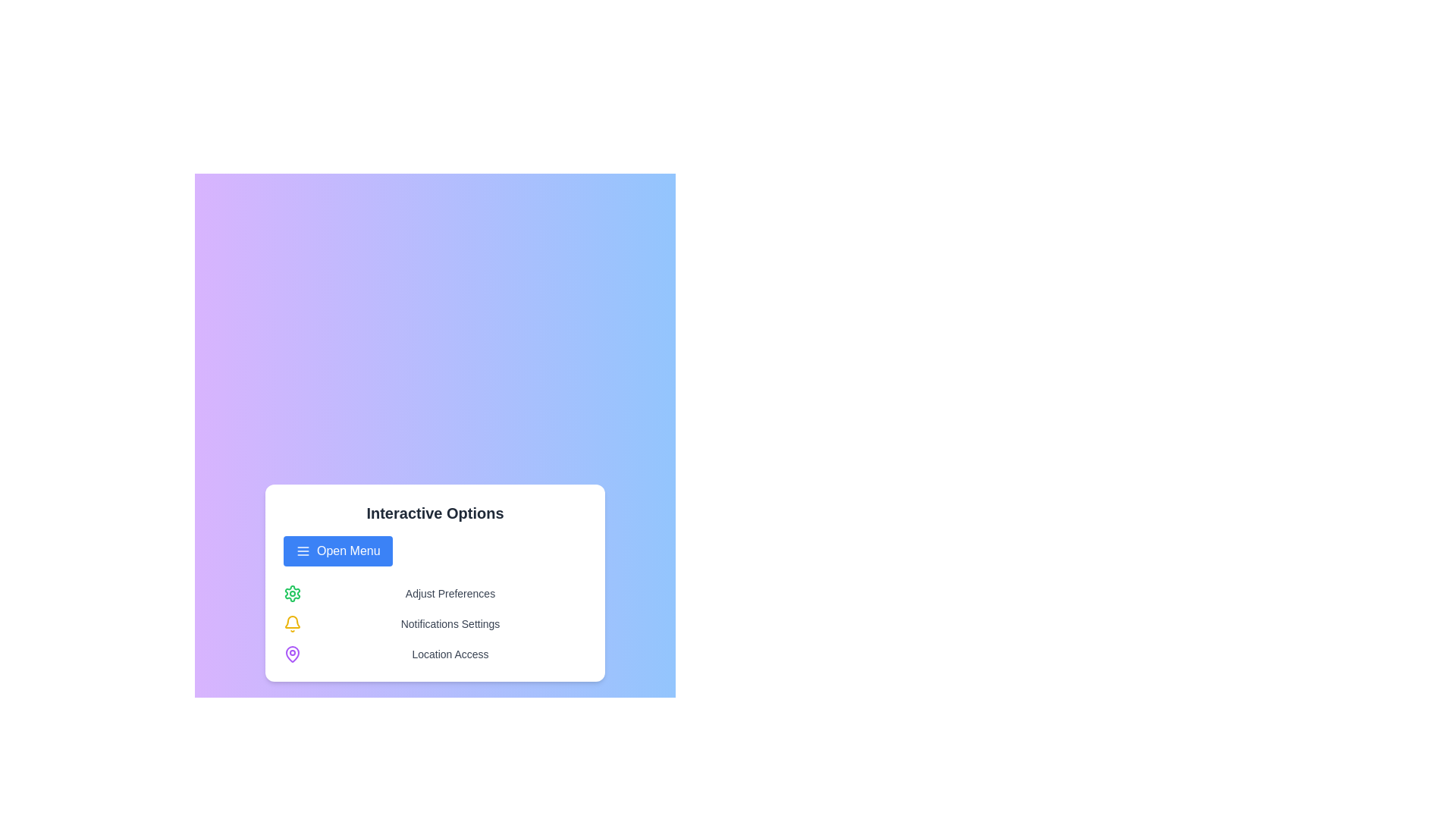 The height and width of the screenshot is (819, 1456). Describe the element at coordinates (435, 623) in the screenshot. I see `the selectable option for accessing or modifying notification settings` at that location.